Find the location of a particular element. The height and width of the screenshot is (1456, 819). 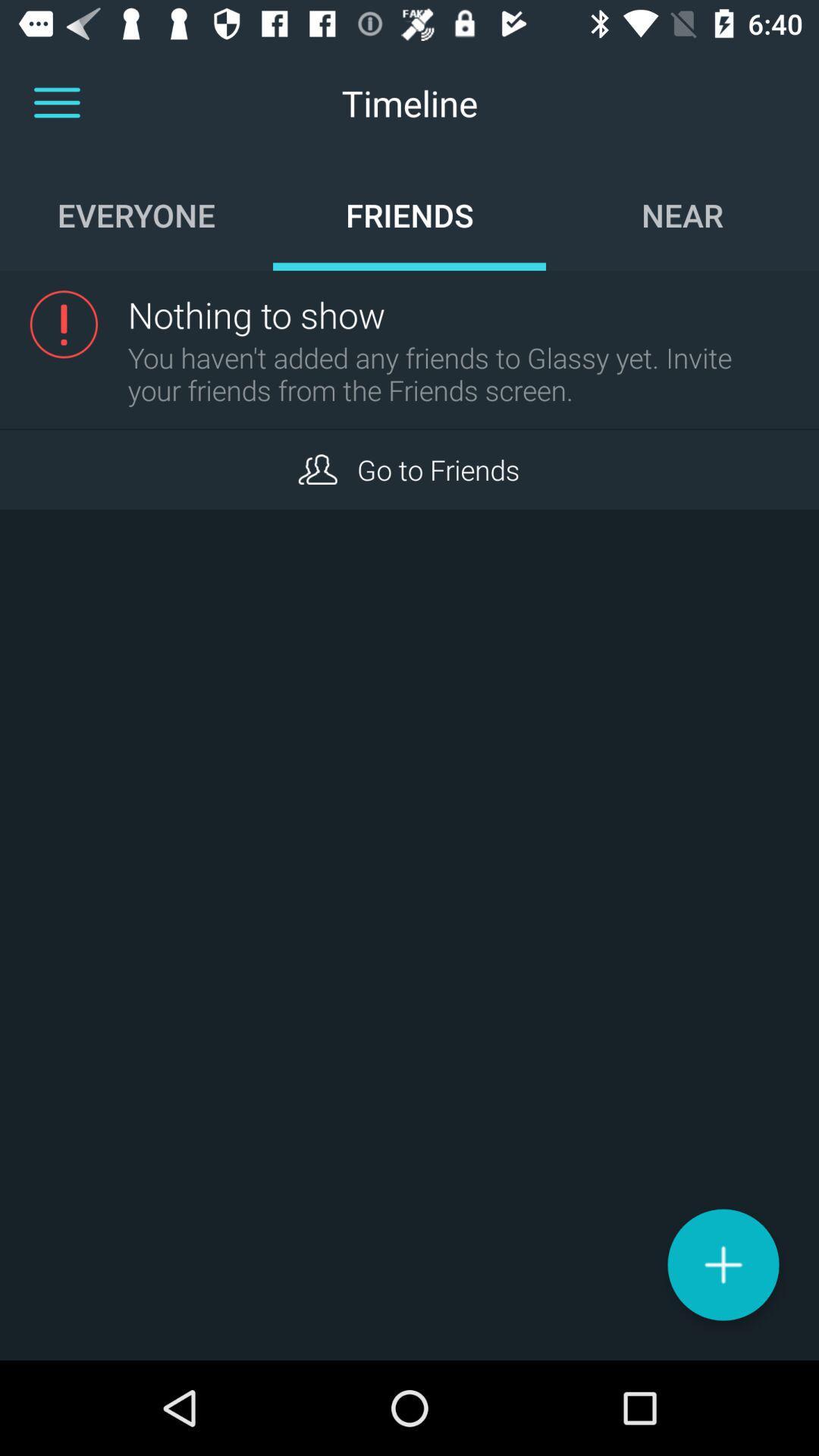

the add icon is located at coordinates (722, 1264).